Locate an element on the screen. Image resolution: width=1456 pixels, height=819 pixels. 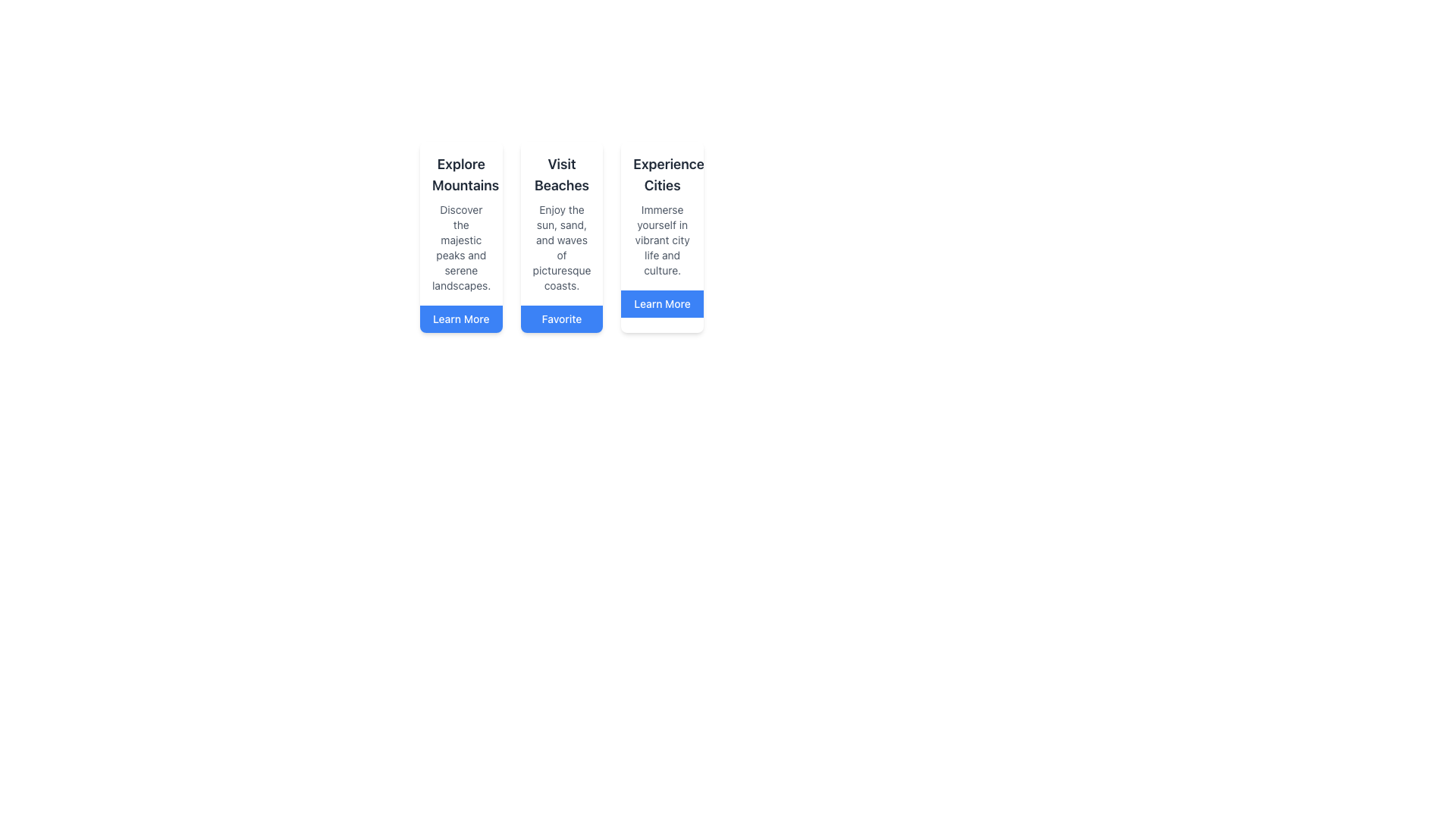
the text block that reads 'Discover the majestic peaks and serene landscapes.' which is styled with a smaller font size and muted gray color, located below the heading 'Explore Mountains.' is located at coordinates (460, 247).